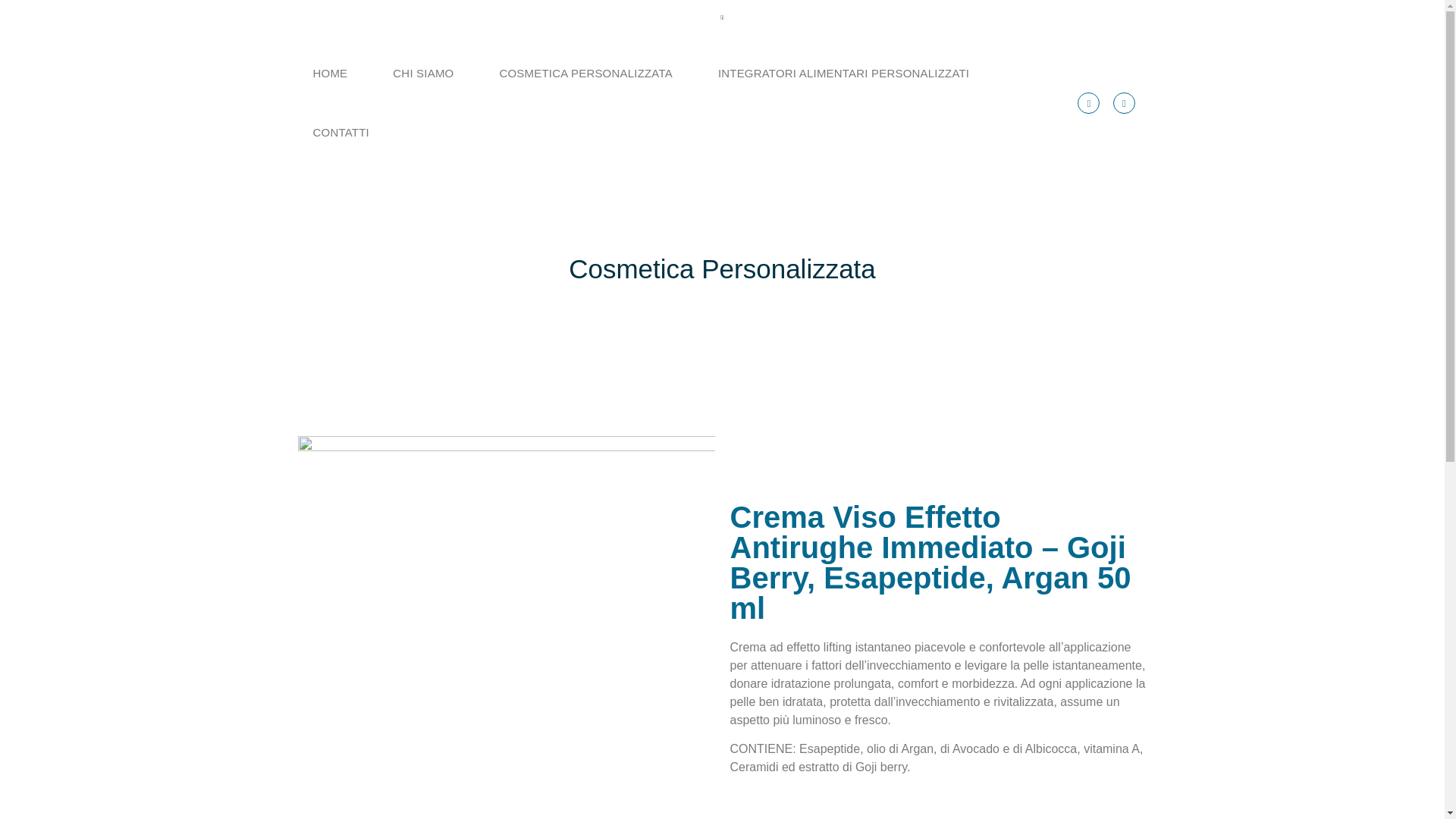 The image size is (1456, 819). What do you see at coordinates (843, 73) in the screenshot?
I see `'INTEGRATORI ALIMENTARI PERSONALIZZATI'` at bounding box center [843, 73].